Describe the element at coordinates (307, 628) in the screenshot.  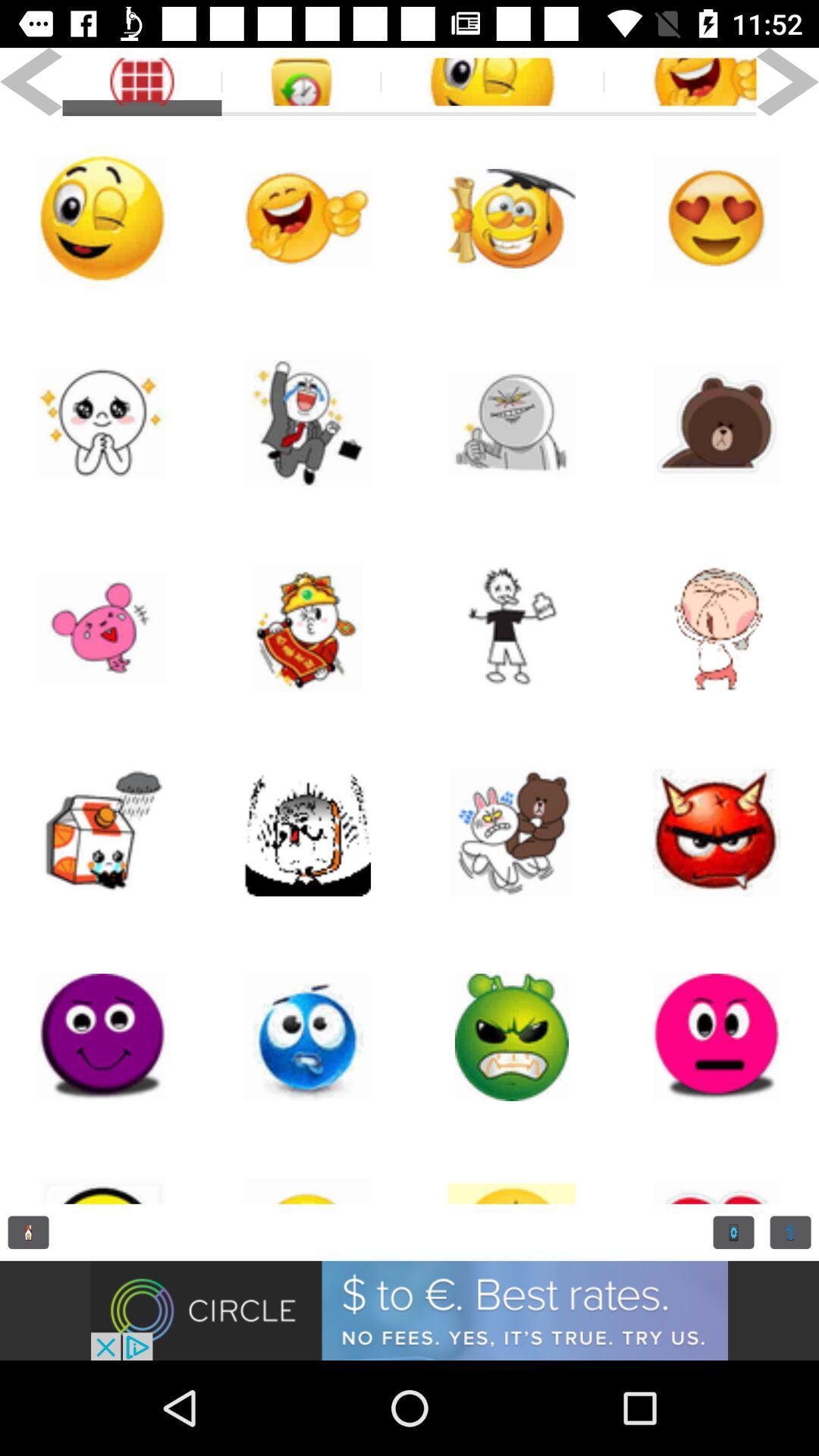
I see `doll page` at that location.